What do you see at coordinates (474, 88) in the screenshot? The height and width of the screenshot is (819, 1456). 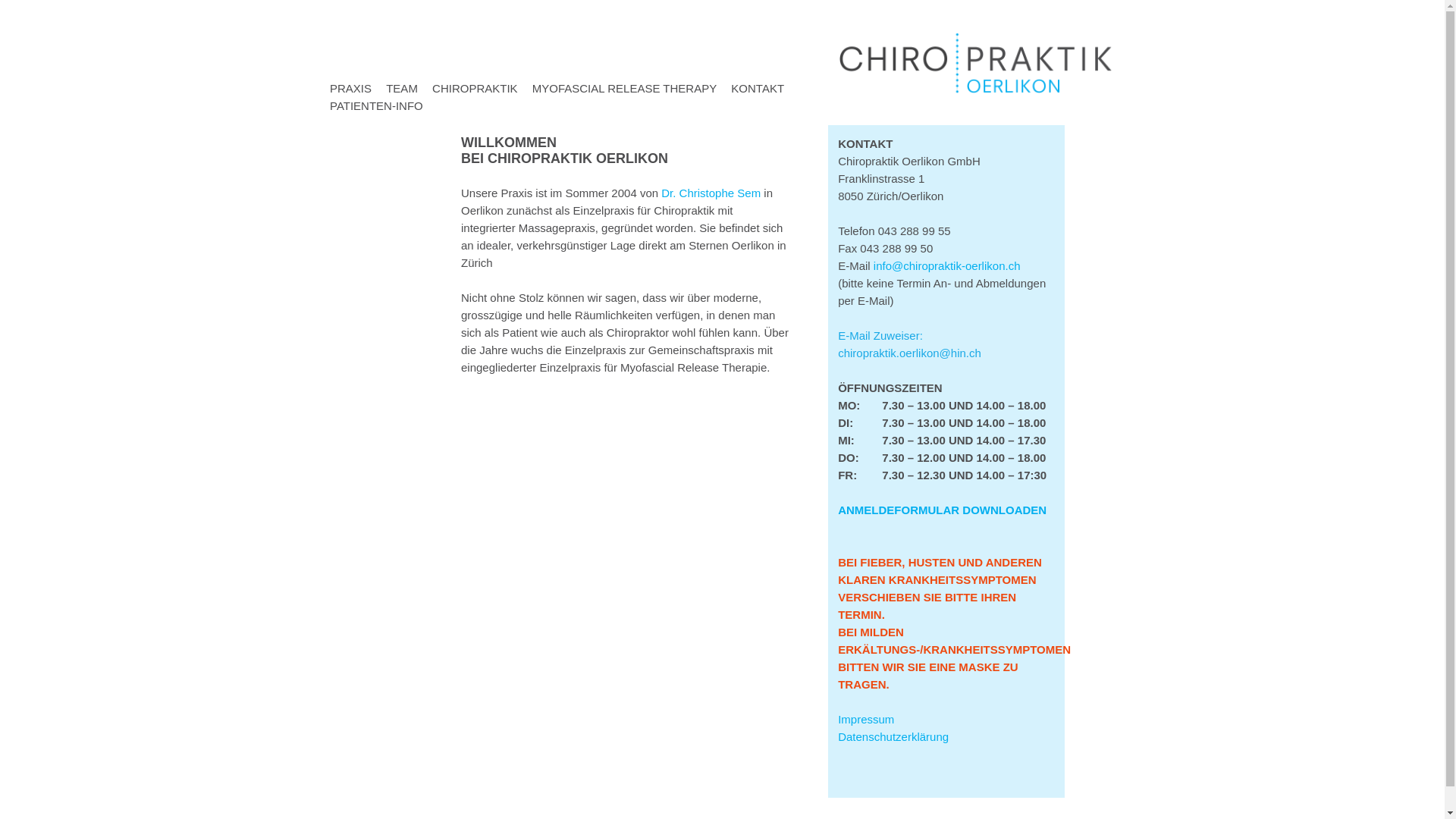 I see `'CHIROPRAKTIK'` at bounding box center [474, 88].